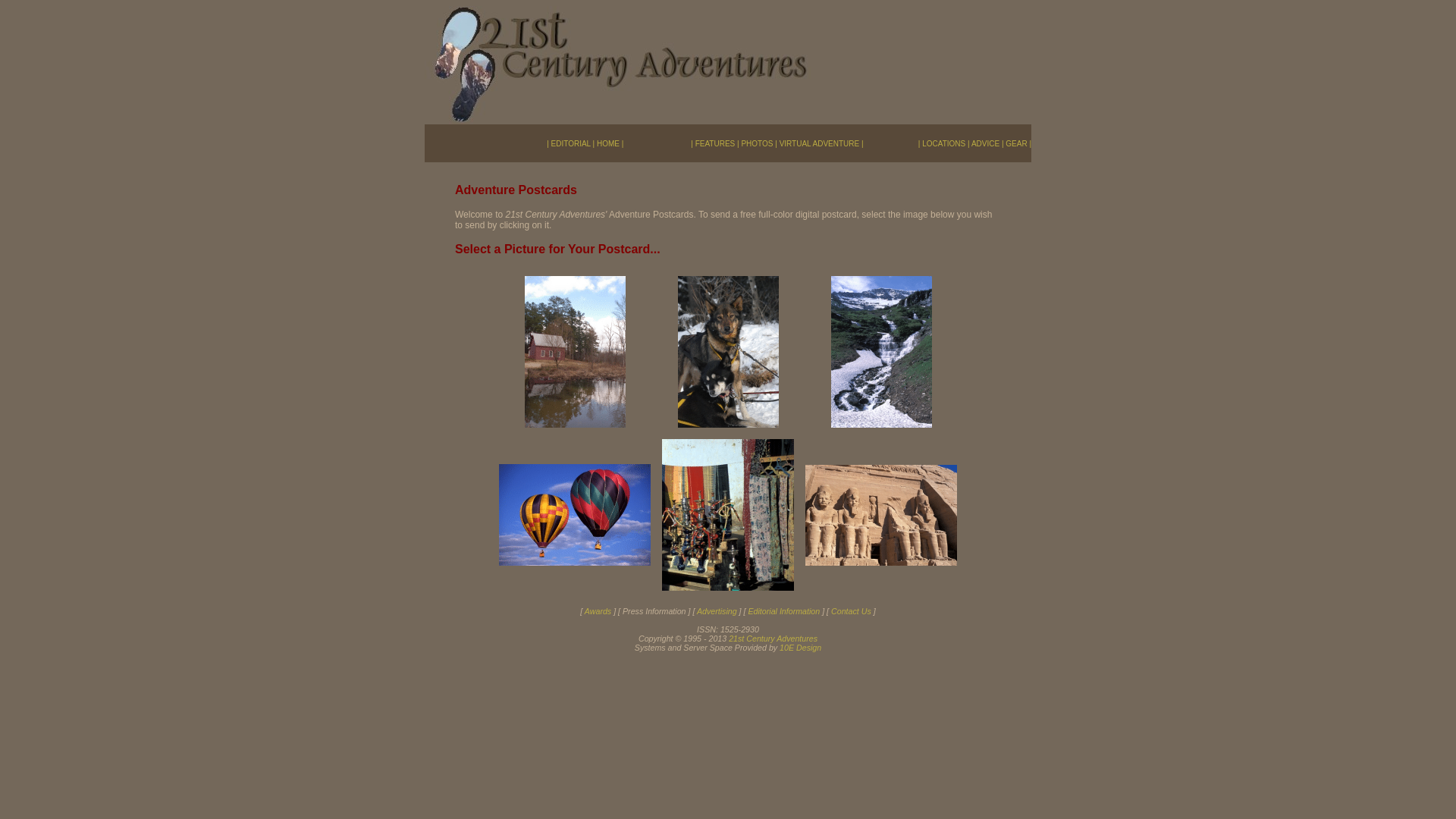  What do you see at coordinates (779, 647) in the screenshot?
I see `'10E Design'` at bounding box center [779, 647].